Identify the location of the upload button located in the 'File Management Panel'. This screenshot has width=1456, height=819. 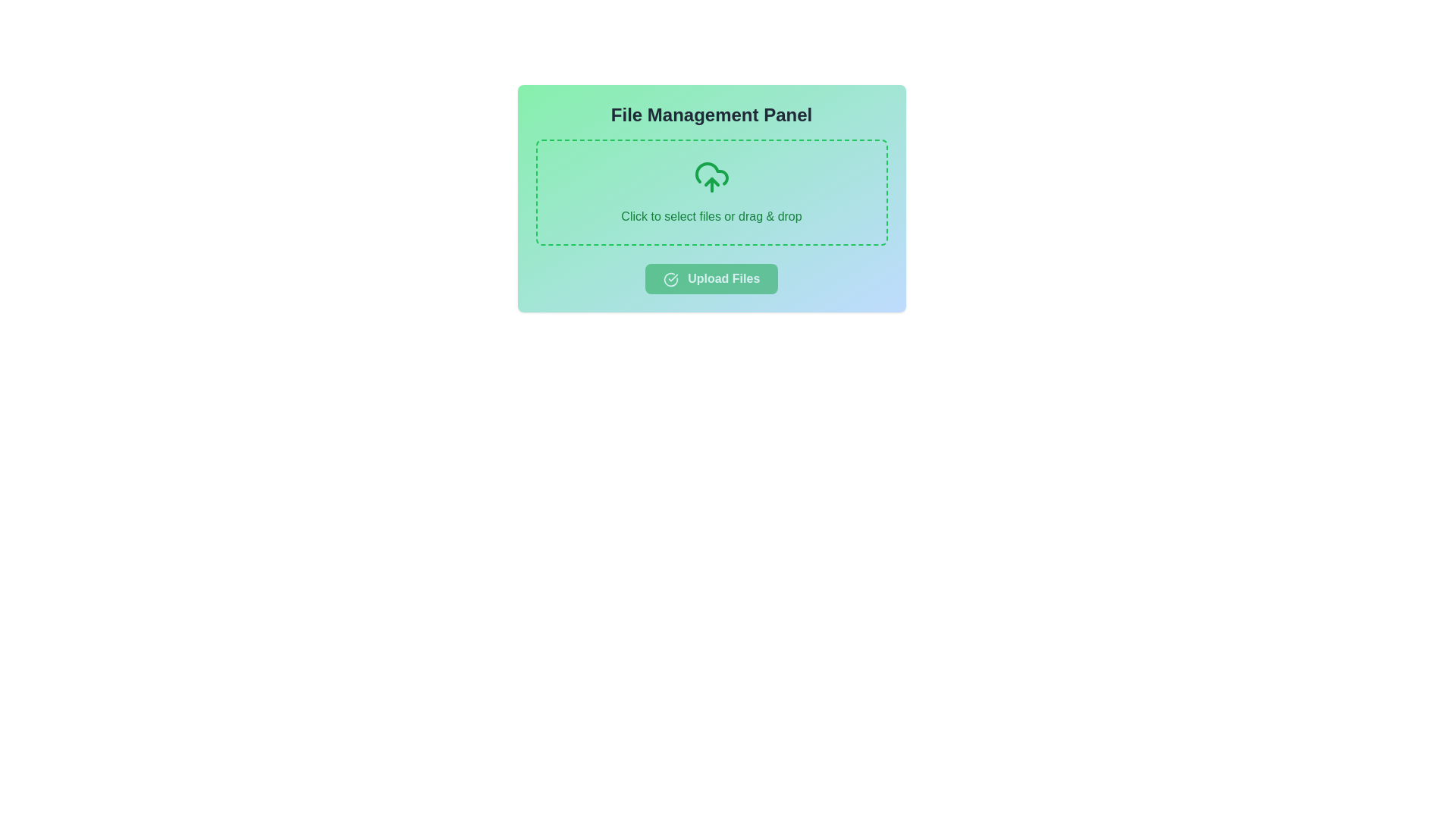
(711, 278).